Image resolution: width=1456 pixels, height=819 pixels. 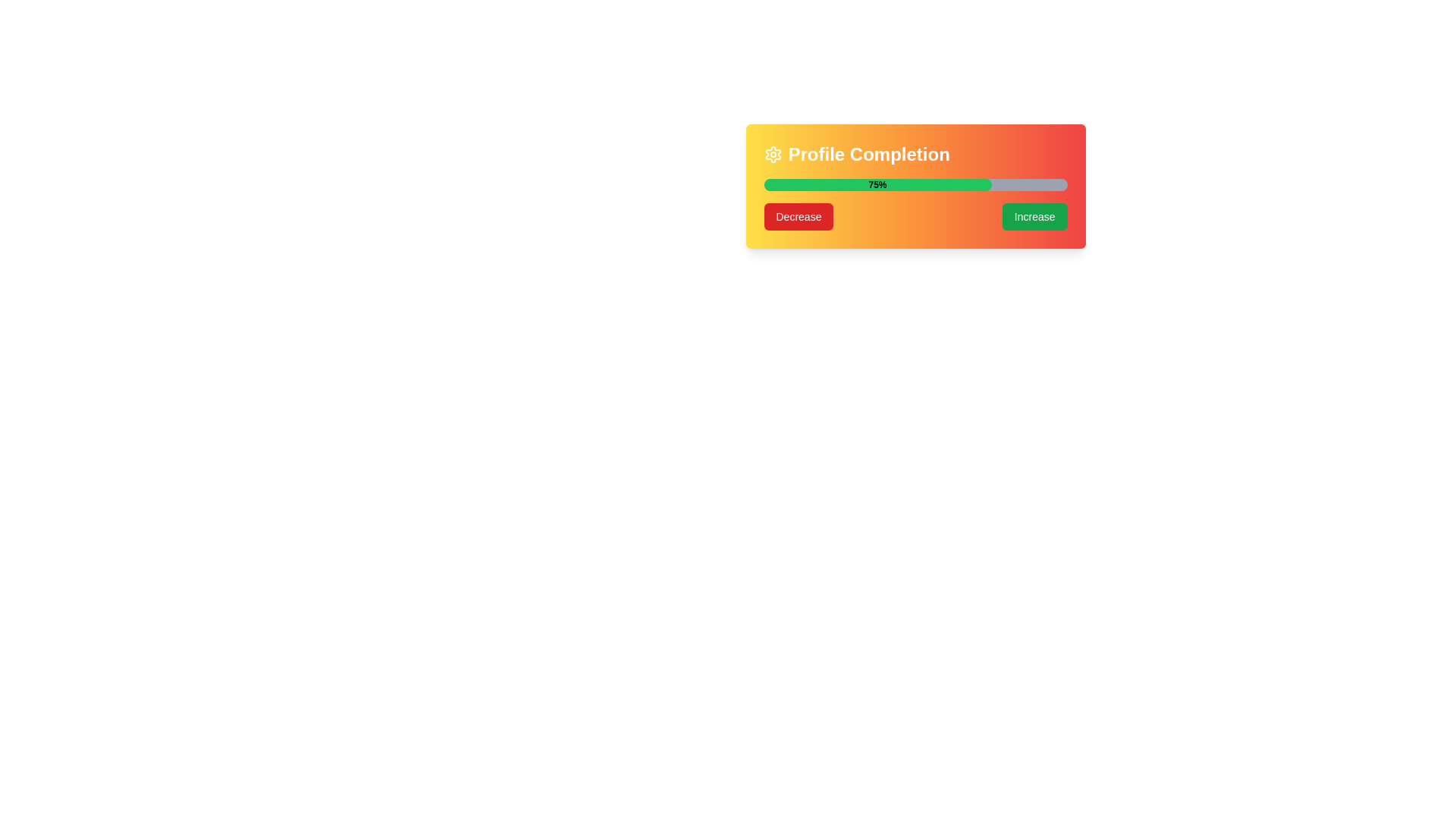 What do you see at coordinates (1034, 216) in the screenshot?
I see `the 'Increase' button located to the right of the 'Decrease' button` at bounding box center [1034, 216].